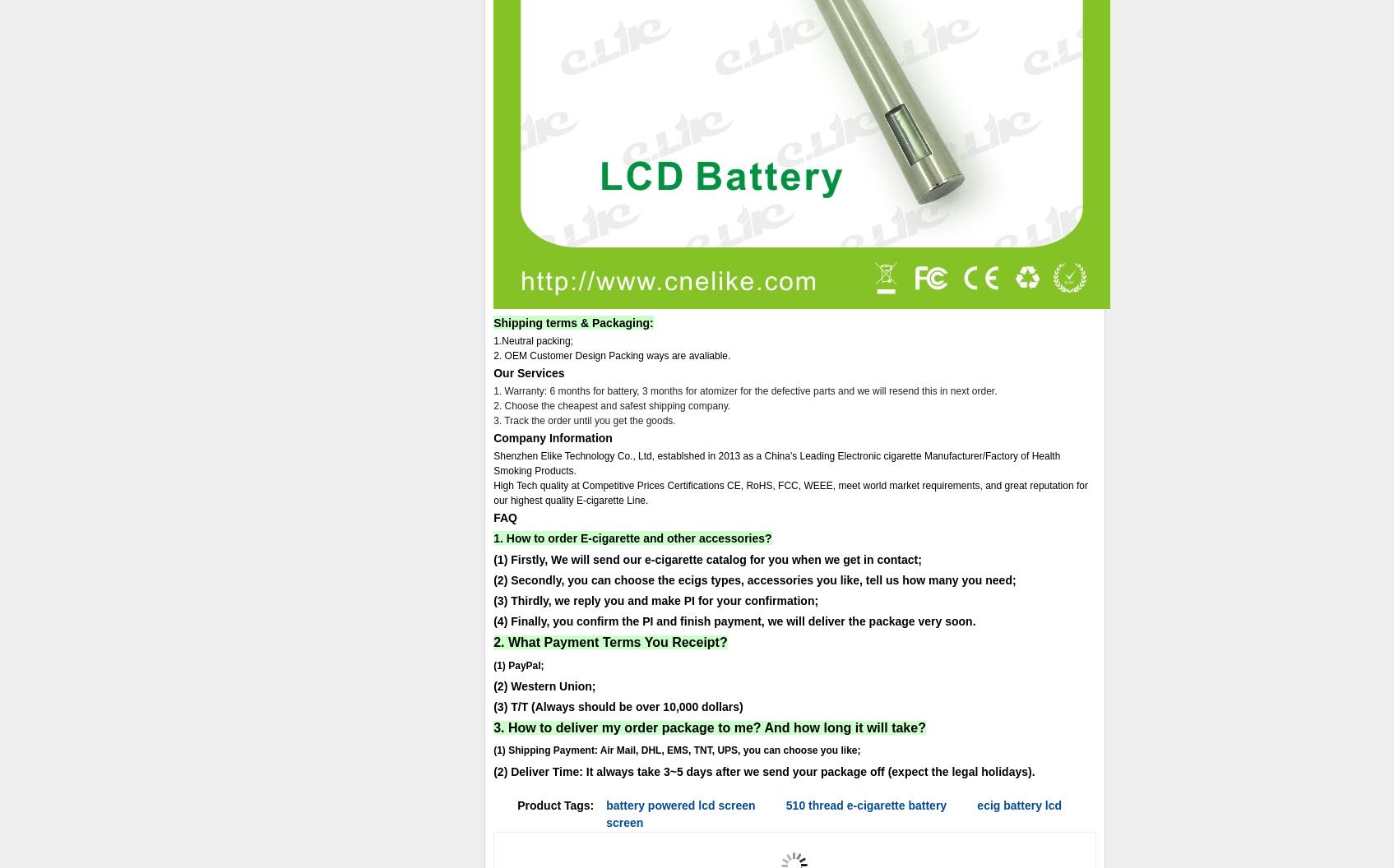 The width and height of the screenshot is (1394, 868). What do you see at coordinates (776, 464) in the screenshot?
I see `'Shenzhen Elike Technology Co., Ltd, establshed in 2013 as a China's Leading Electronic cigarette Manufacturer/Factory of Health Smoking Products.'` at bounding box center [776, 464].